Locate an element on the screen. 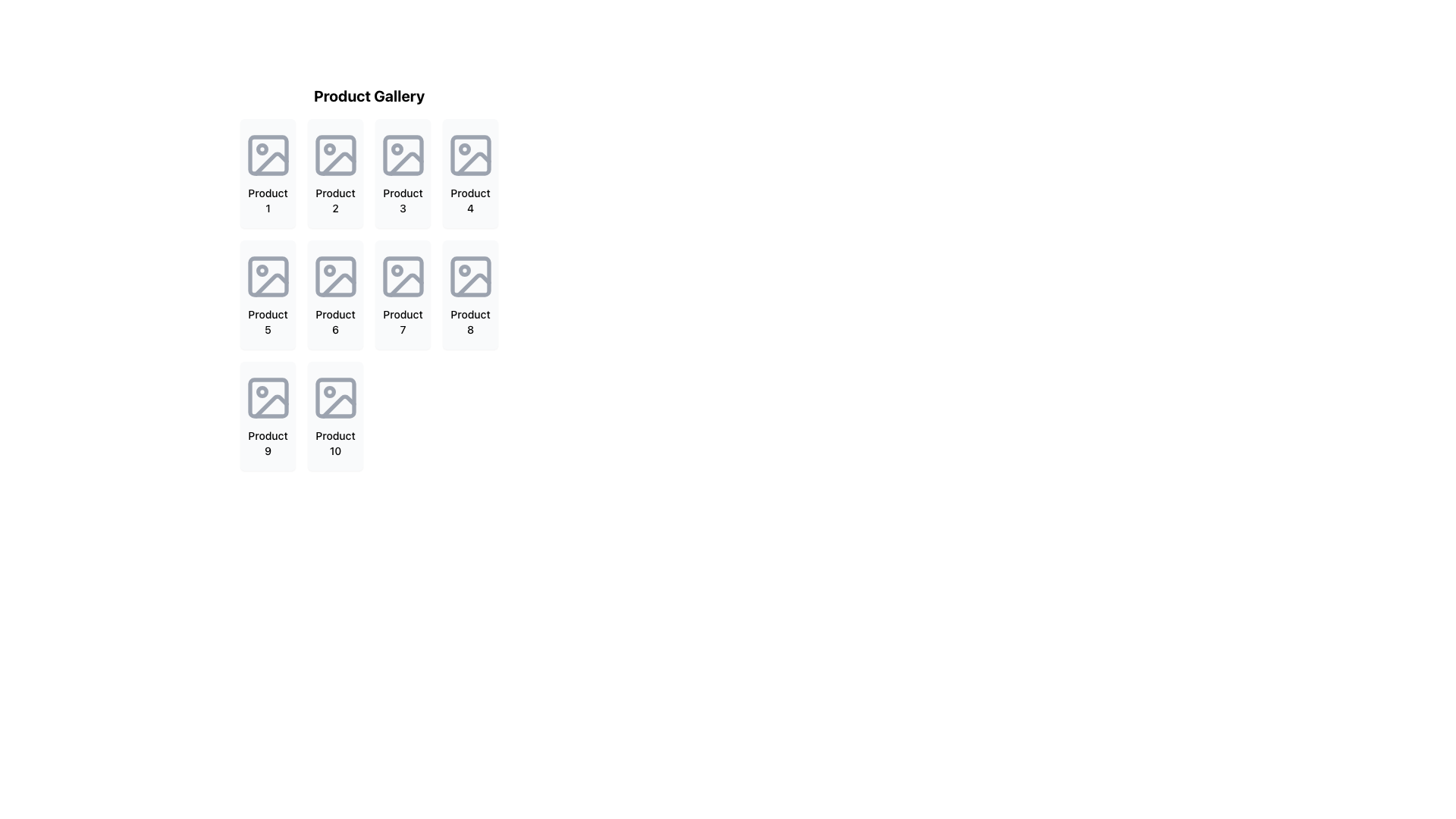  the text label that displays the name of the second product item in the gallery, located in the second row and second column of a 4x3 grid structure is located at coordinates (334, 200).